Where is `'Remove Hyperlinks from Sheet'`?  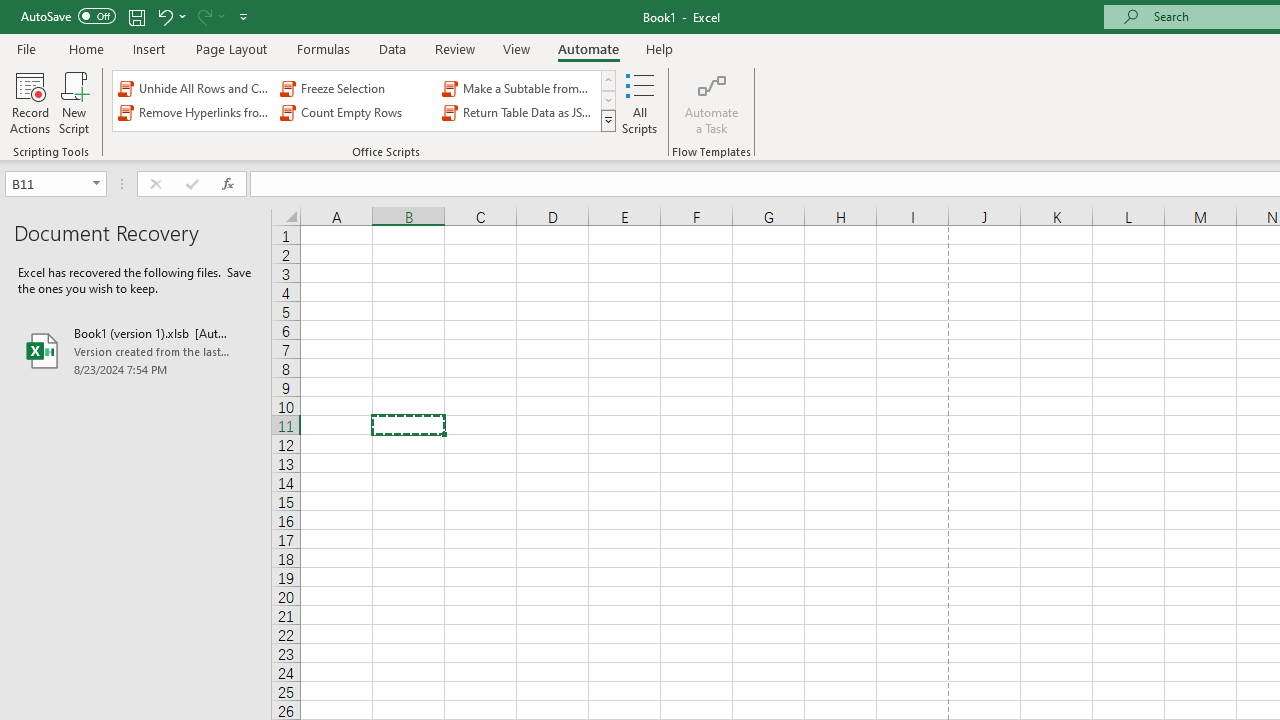 'Remove Hyperlinks from Sheet' is located at coordinates (195, 113).